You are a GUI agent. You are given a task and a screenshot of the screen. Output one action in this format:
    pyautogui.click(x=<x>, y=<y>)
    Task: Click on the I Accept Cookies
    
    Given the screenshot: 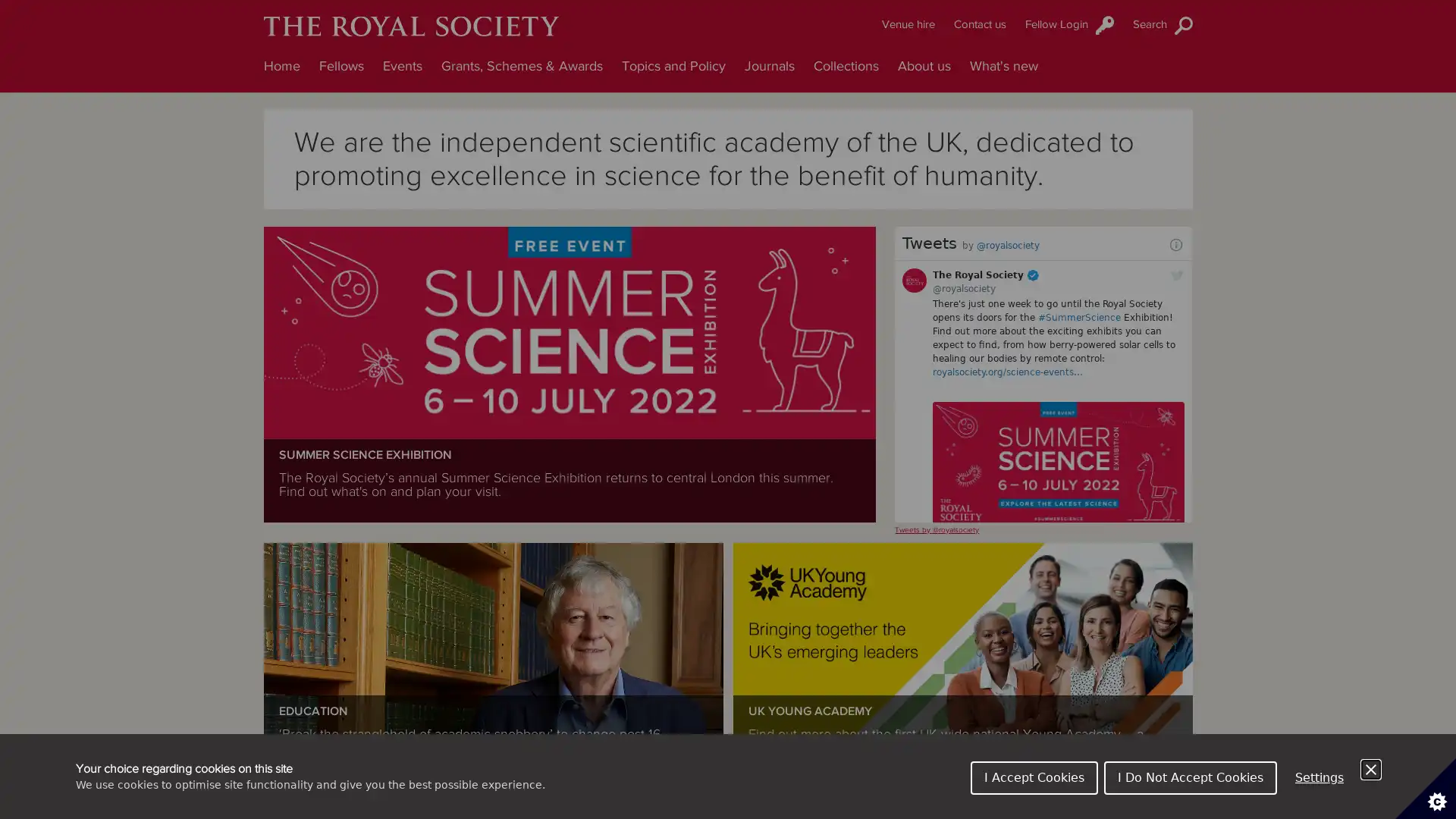 What is the action you would take?
    pyautogui.click(x=1033, y=778)
    